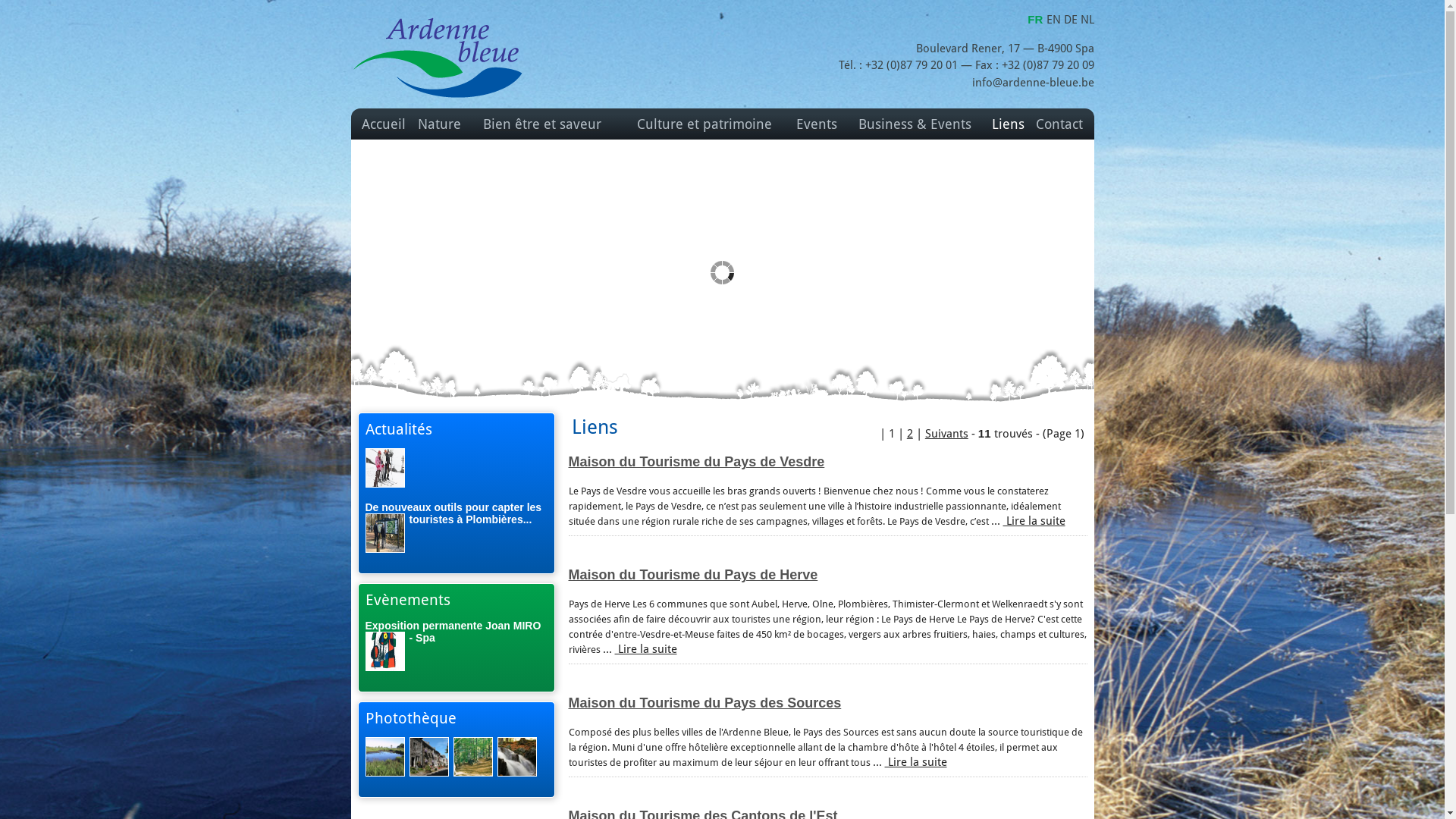 The width and height of the screenshot is (1456, 819). I want to click on 'Liens', so click(1008, 124).